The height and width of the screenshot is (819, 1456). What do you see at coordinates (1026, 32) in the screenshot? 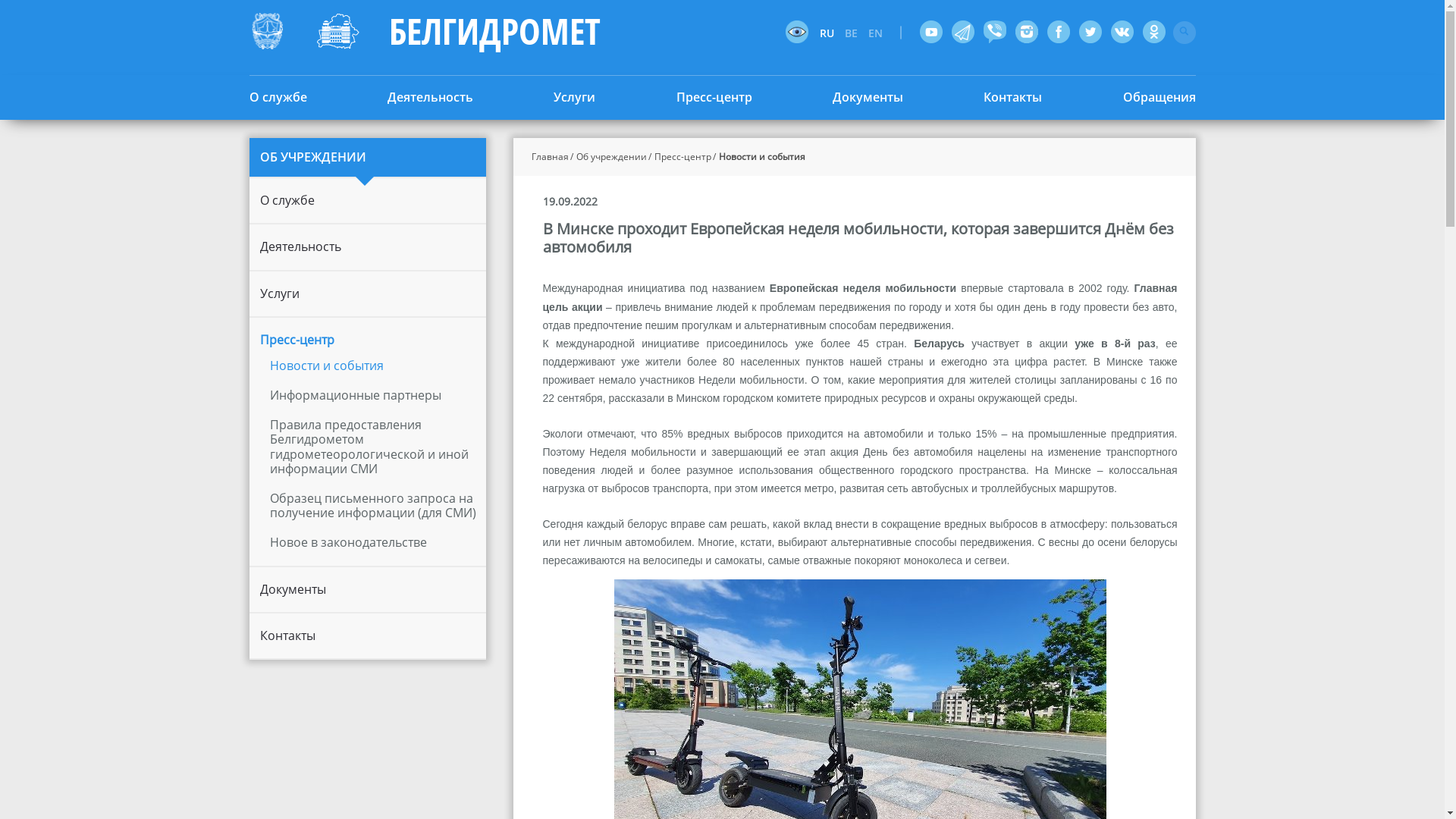
I see `'instagram'` at bounding box center [1026, 32].